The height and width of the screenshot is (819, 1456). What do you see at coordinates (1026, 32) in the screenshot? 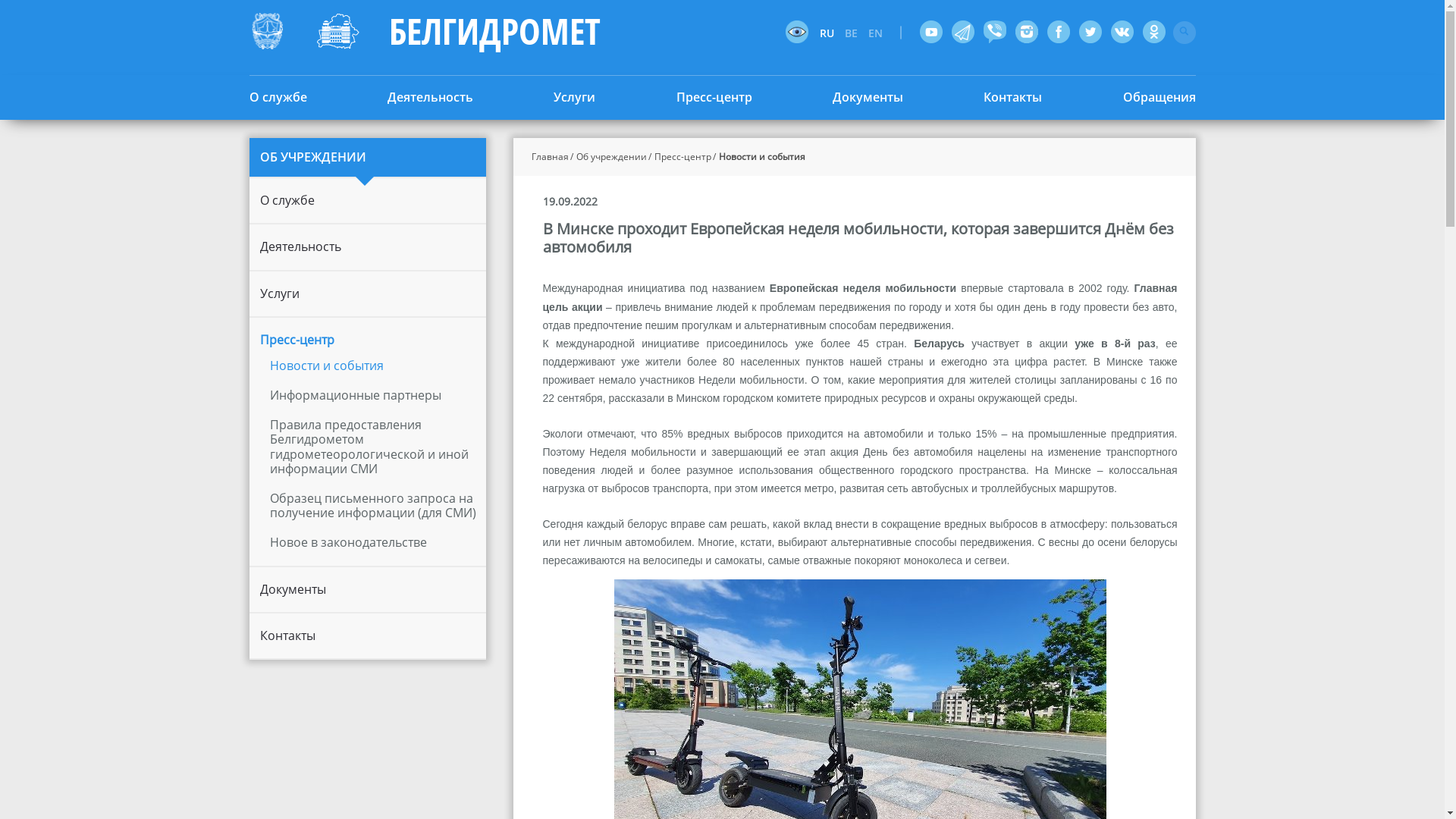
I see `'instagram'` at bounding box center [1026, 32].